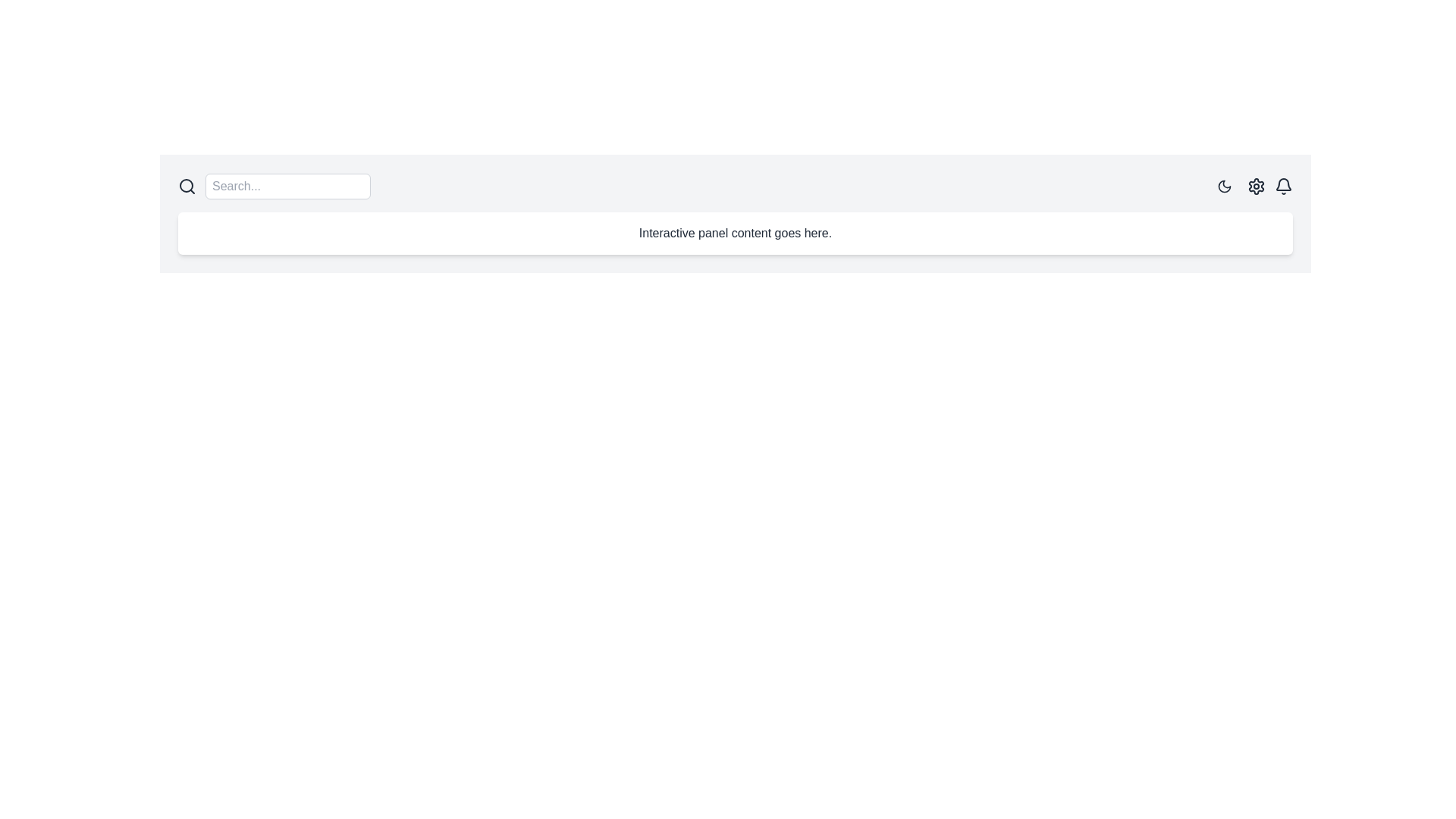 The image size is (1456, 819). I want to click on the search icon, which is a magnifying glass located at the leftmost side of the search bar area, so click(186, 186).